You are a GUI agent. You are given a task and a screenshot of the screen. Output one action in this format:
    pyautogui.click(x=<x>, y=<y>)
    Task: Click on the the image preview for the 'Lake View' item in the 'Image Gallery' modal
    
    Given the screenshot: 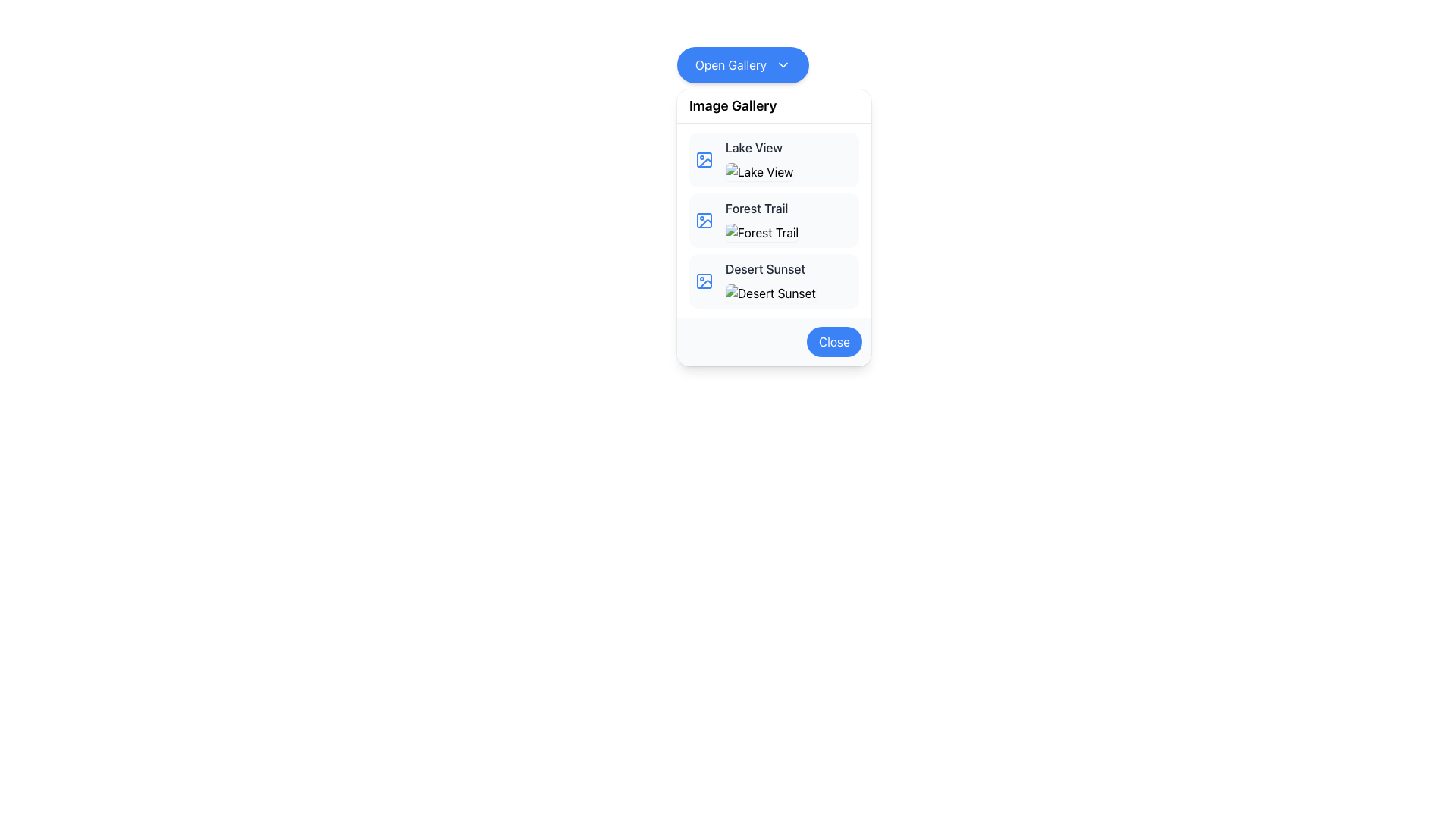 What is the action you would take?
    pyautogui.click(x=759, y=171)
    